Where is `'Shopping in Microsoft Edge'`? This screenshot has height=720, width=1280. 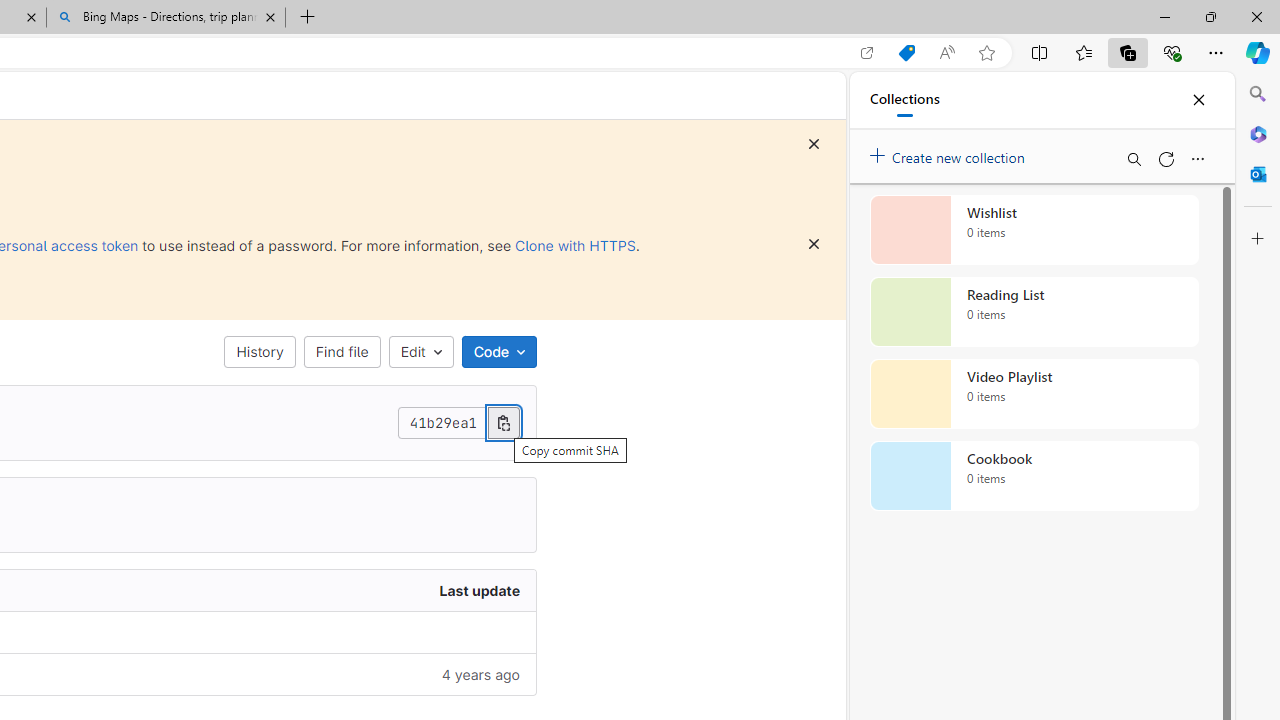
'Shopping in Microsoft Edge' is located at coordinates (905, 52).